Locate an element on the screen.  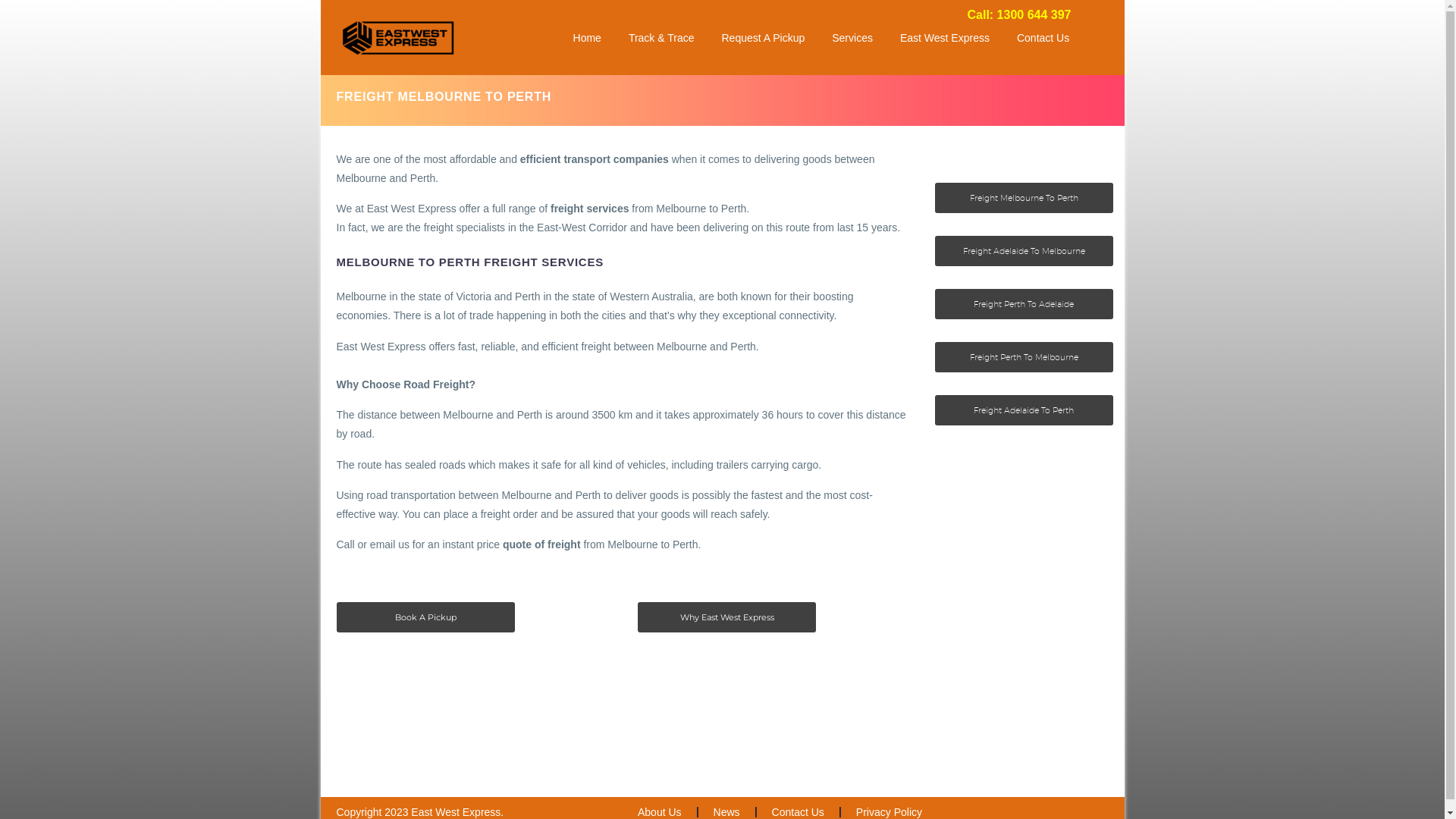
'About Us' is located at coordinates (659, 811).